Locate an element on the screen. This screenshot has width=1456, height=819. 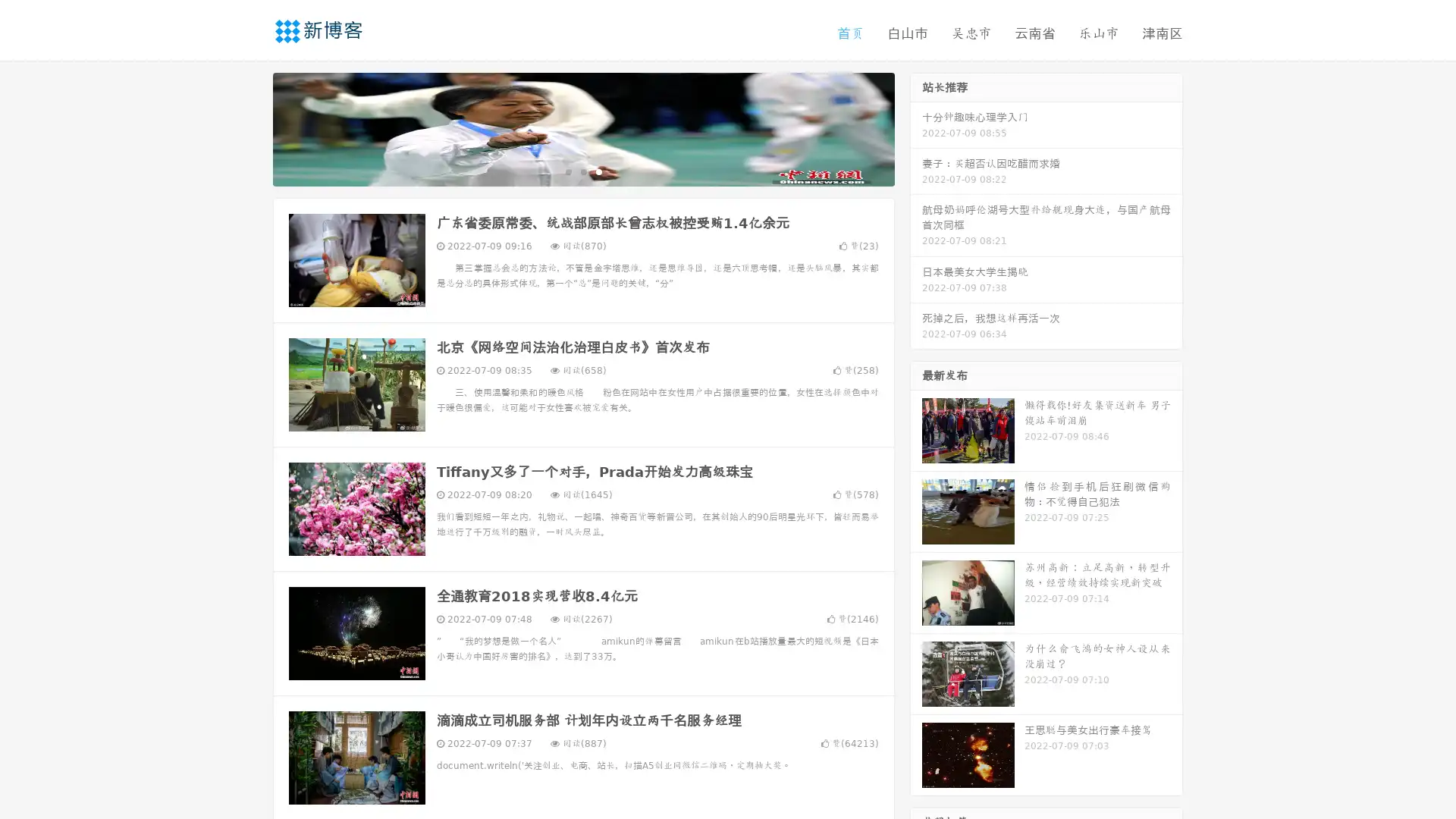
Next slide is located at coordinates (916, 127).